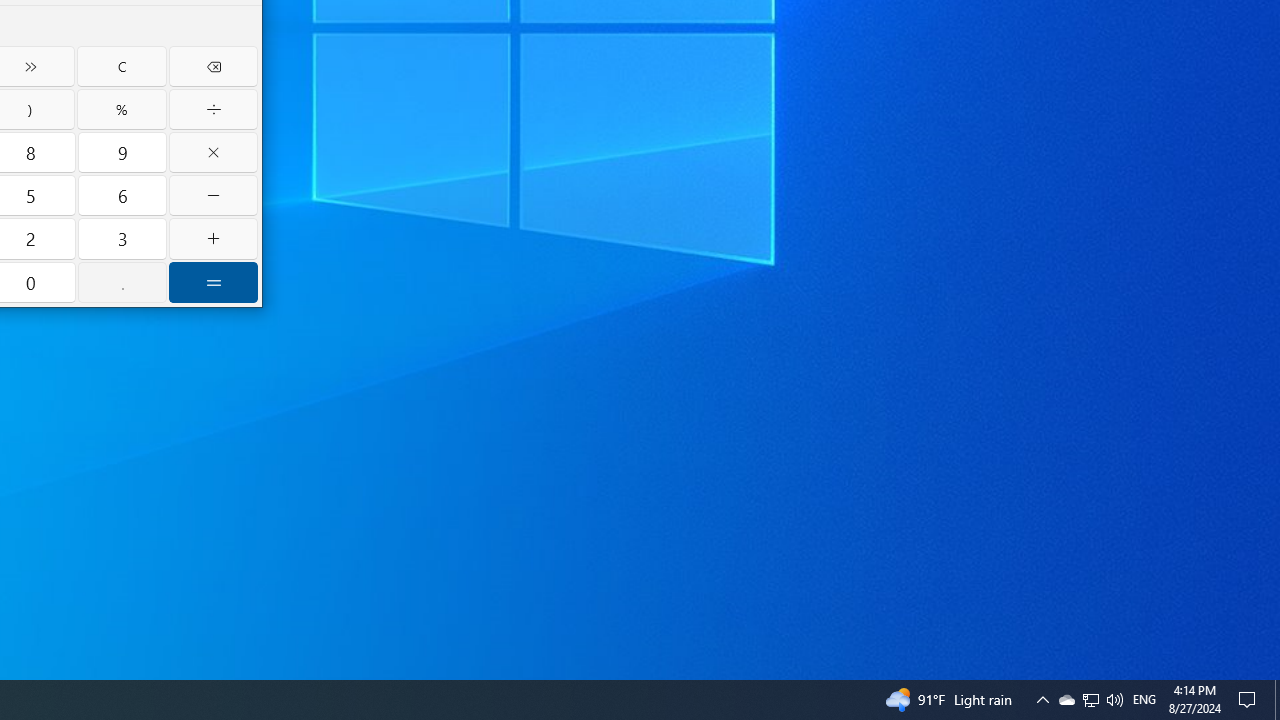 The width and height of the screenshot is (1280, 720). Describe the element at coordinates (120, 65) in the screenshot. I see `'Clear'` at that location.